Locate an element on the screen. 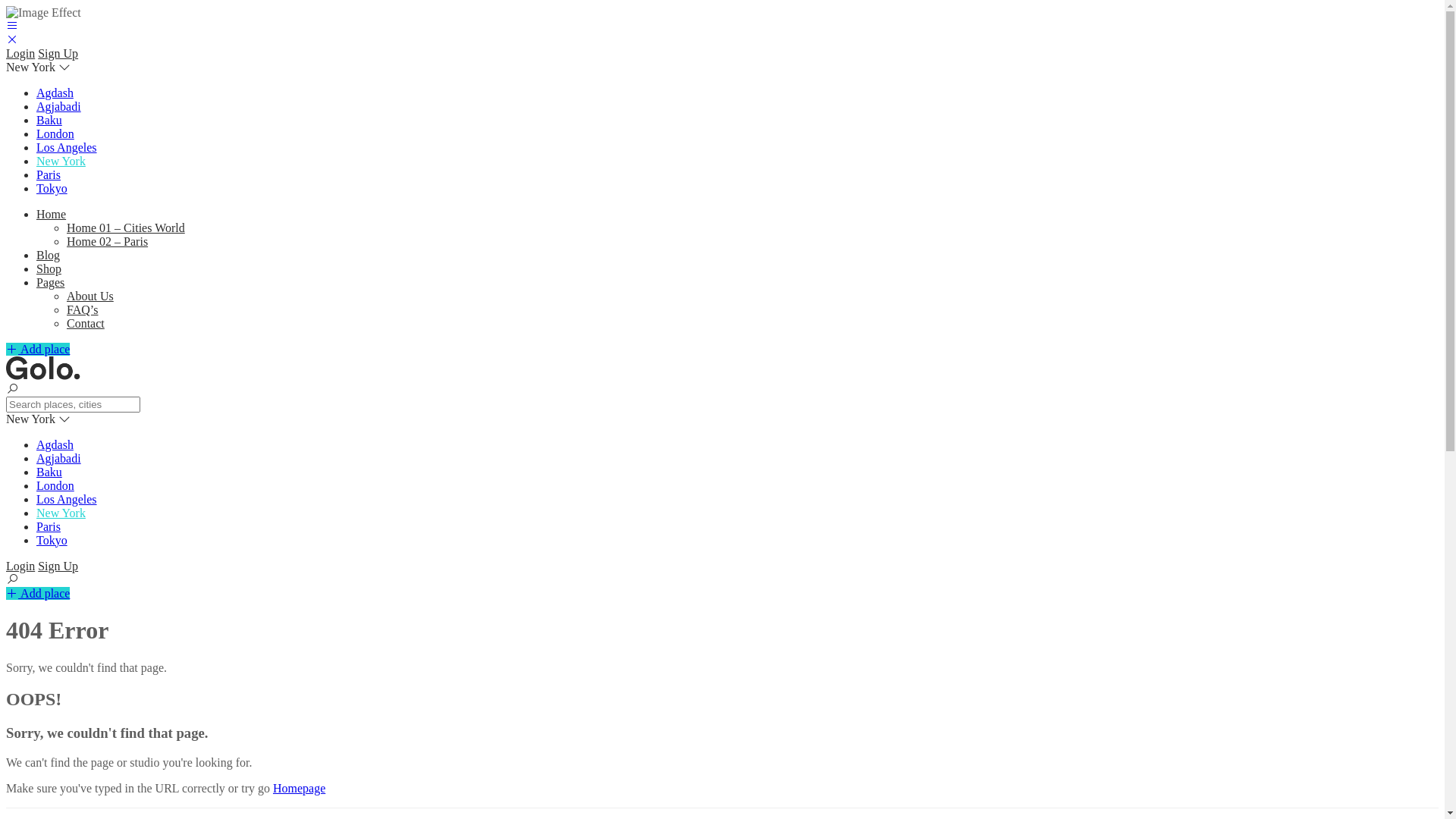  'Add place' is located at coordinates (37, 349).